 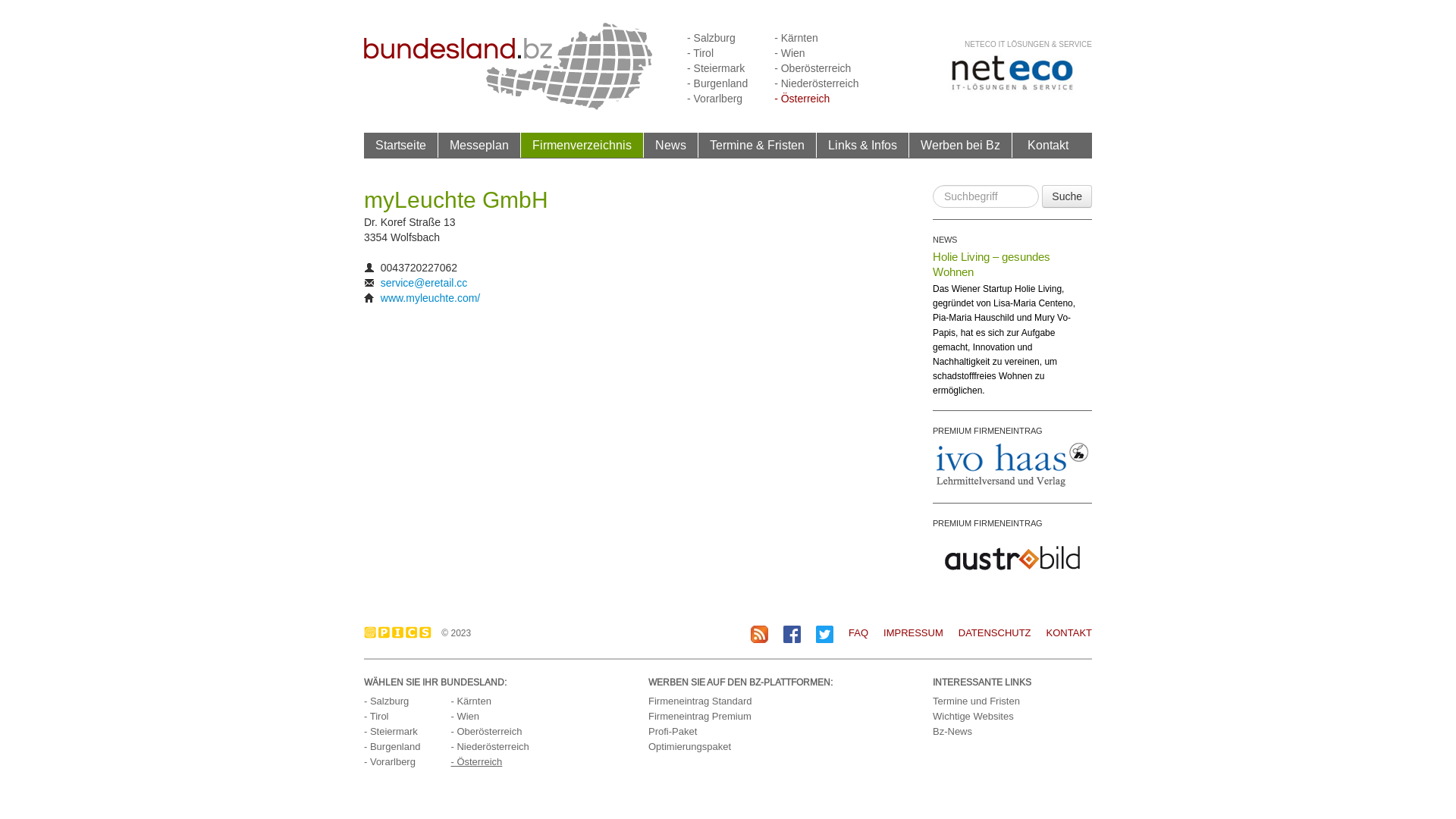 I want to click on 'Startseite', so click(x=400, y=145).